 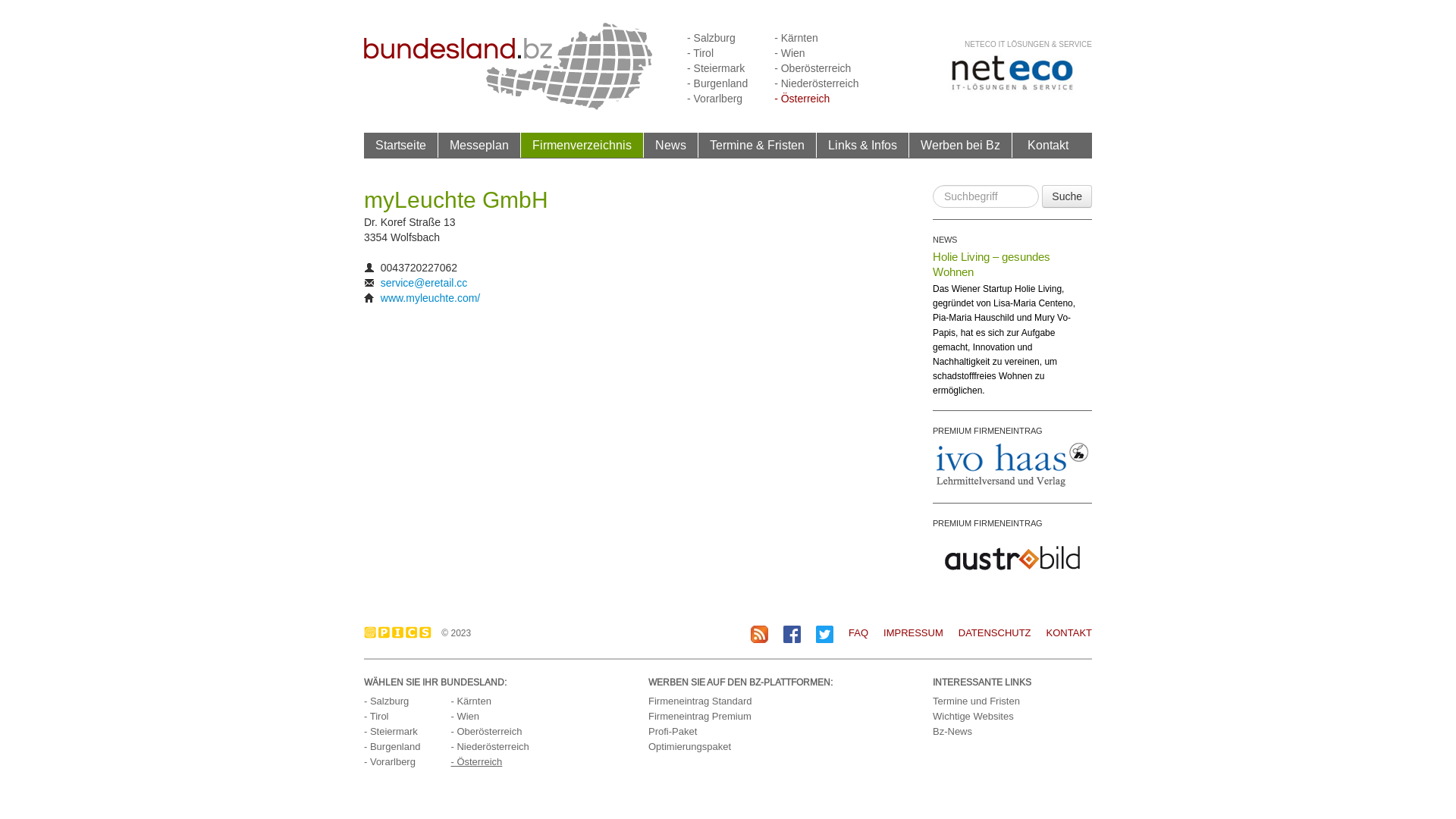 I want to click on 'Startseite', so click(x=400, y=145).